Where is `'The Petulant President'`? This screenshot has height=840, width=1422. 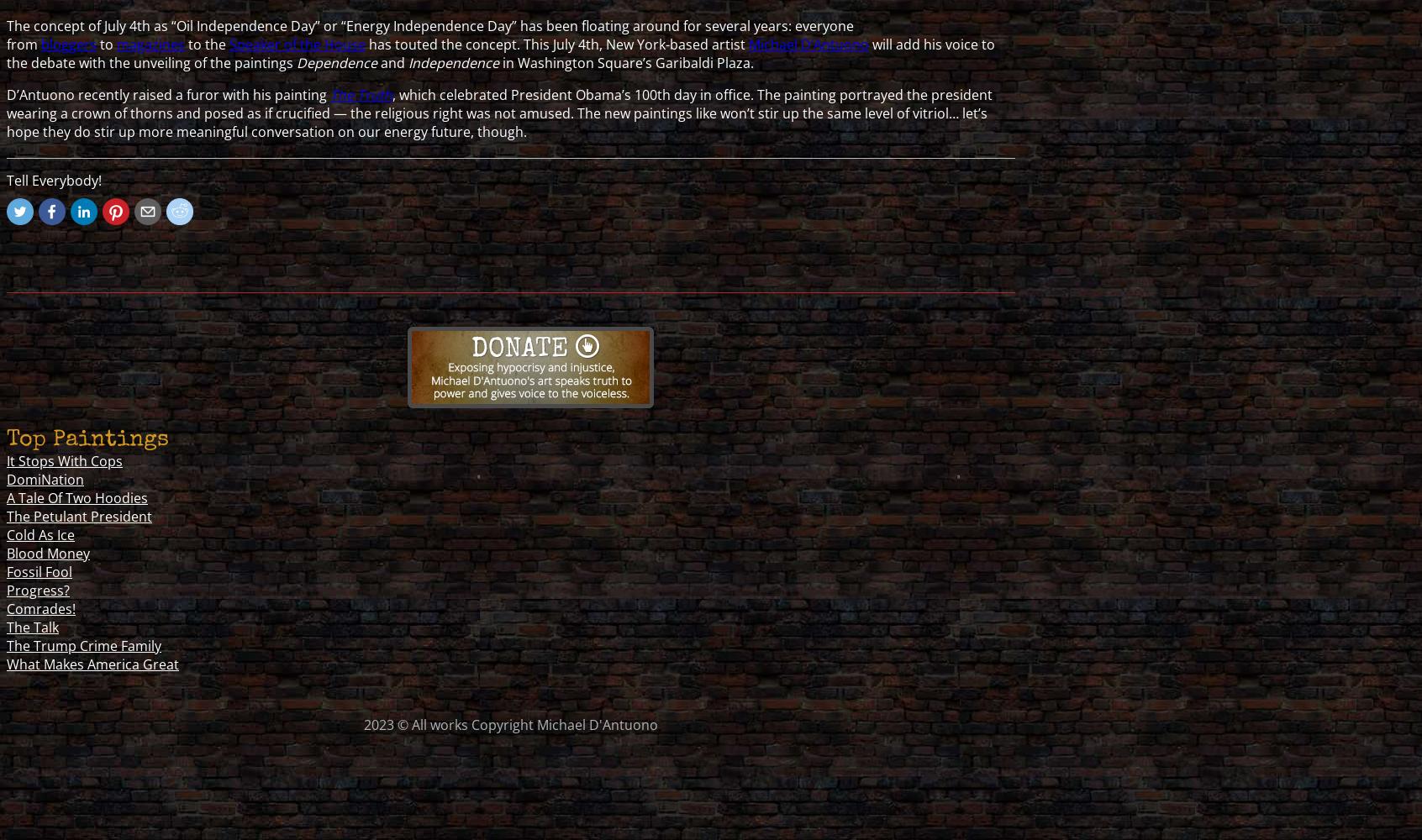
'The Petulant President' is located at coordinates (79, 515).